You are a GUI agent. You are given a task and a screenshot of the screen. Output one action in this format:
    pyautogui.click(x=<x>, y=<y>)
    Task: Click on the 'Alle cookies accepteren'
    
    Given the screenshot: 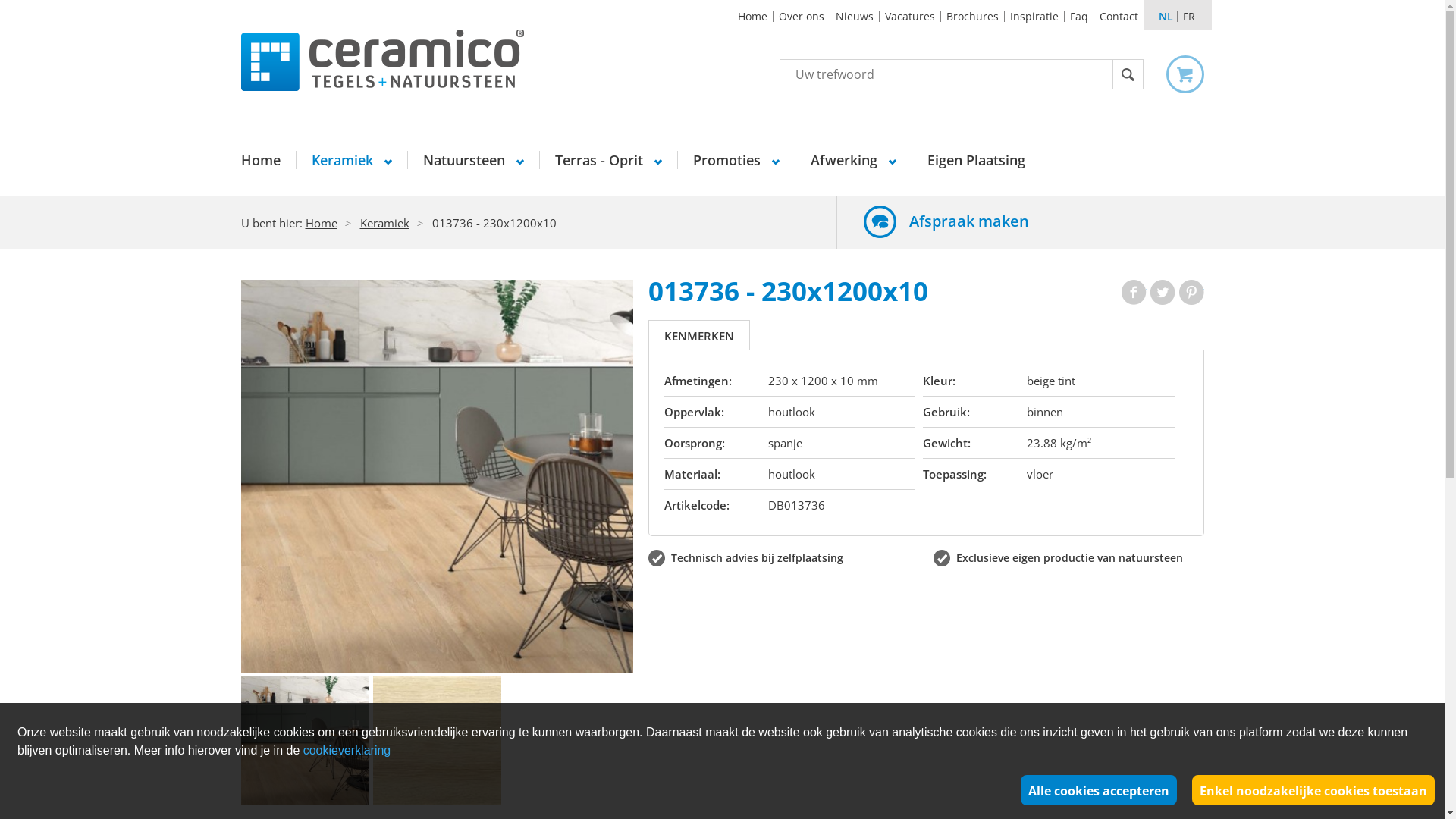 What is the action you would take?
    pyautogui.click(x=1099, y=789)
    